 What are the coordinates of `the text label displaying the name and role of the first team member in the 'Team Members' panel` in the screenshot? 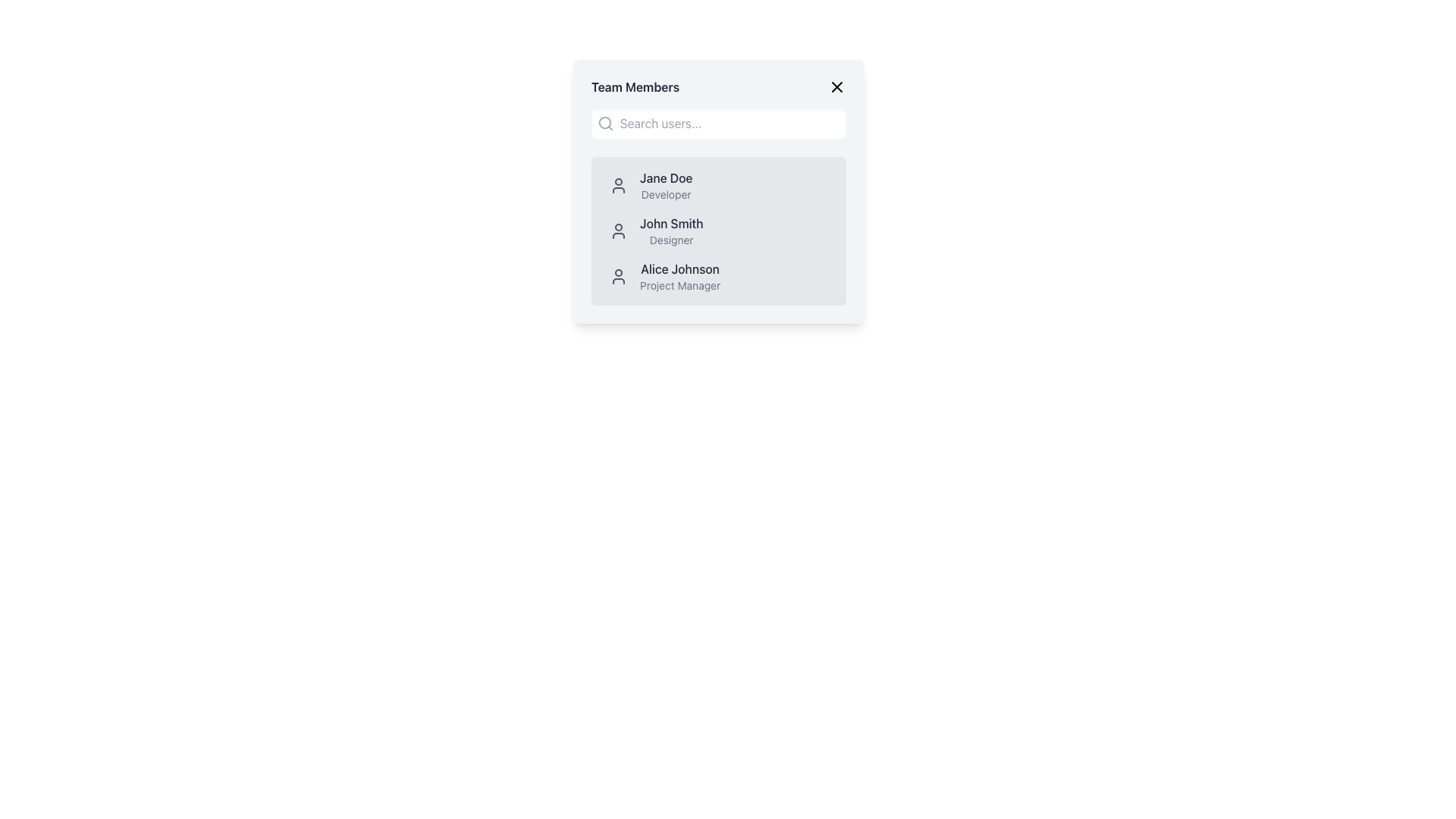 It's located at (666, 185).